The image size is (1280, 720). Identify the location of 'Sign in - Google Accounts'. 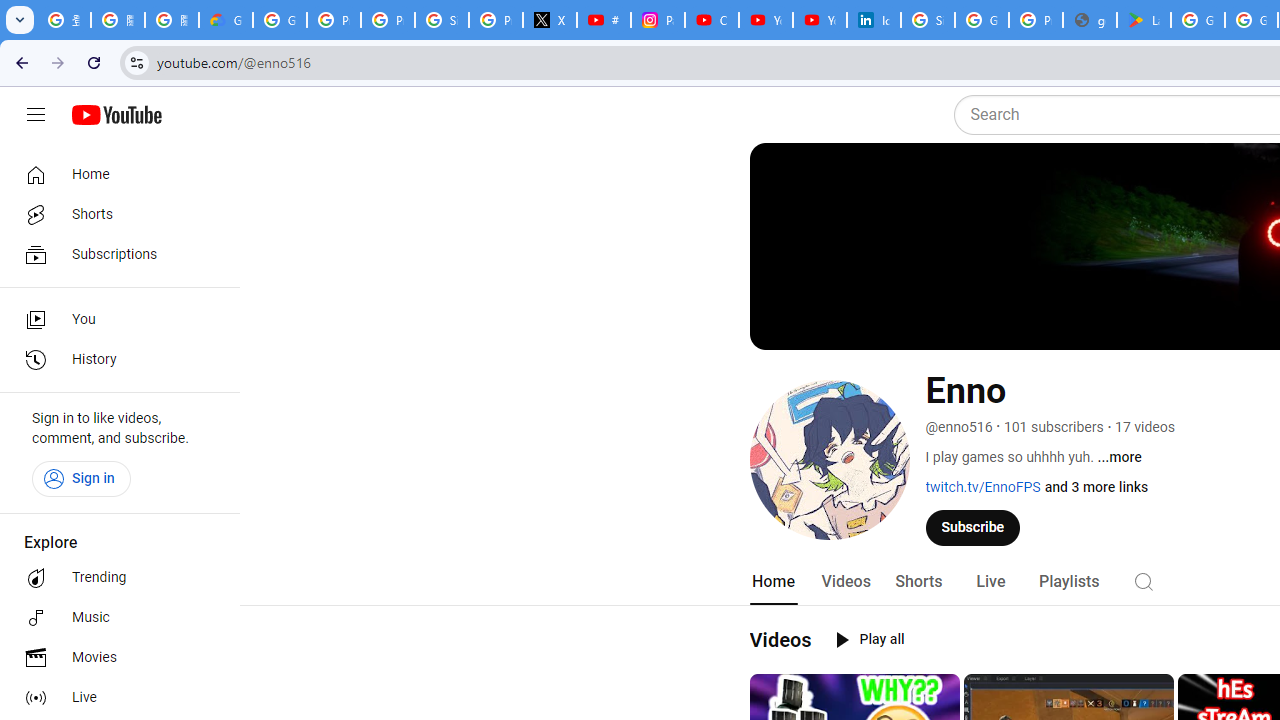
(927, 20).